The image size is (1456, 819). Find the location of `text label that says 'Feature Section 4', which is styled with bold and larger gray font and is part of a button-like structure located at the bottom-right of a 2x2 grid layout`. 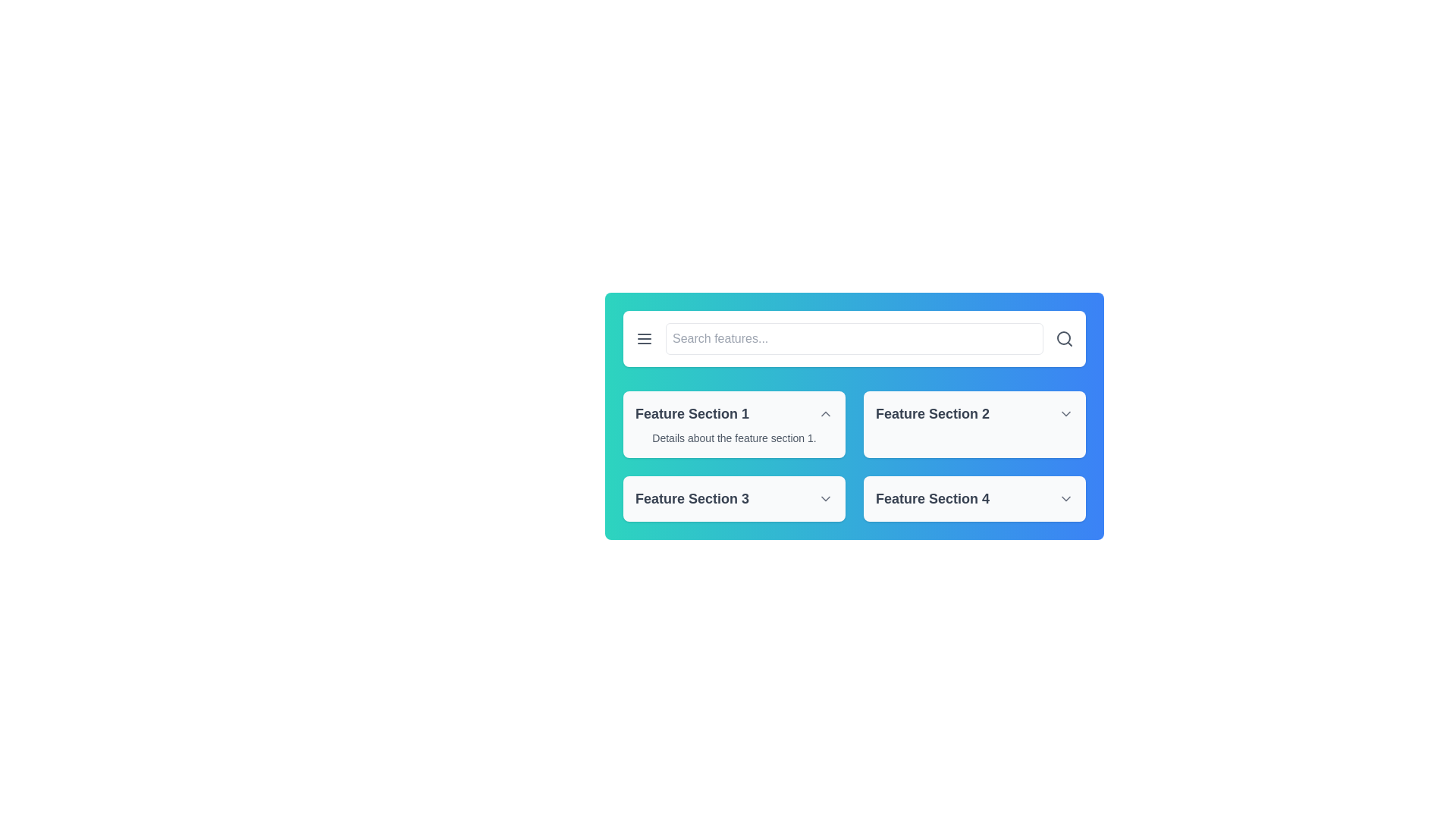

text label that says 'Feature Section 4', which is styled with bold and larger gray font and is part of a button-like structure located at the bottom-right of a 2x2 grid layout is located at coordinates (931, 499).